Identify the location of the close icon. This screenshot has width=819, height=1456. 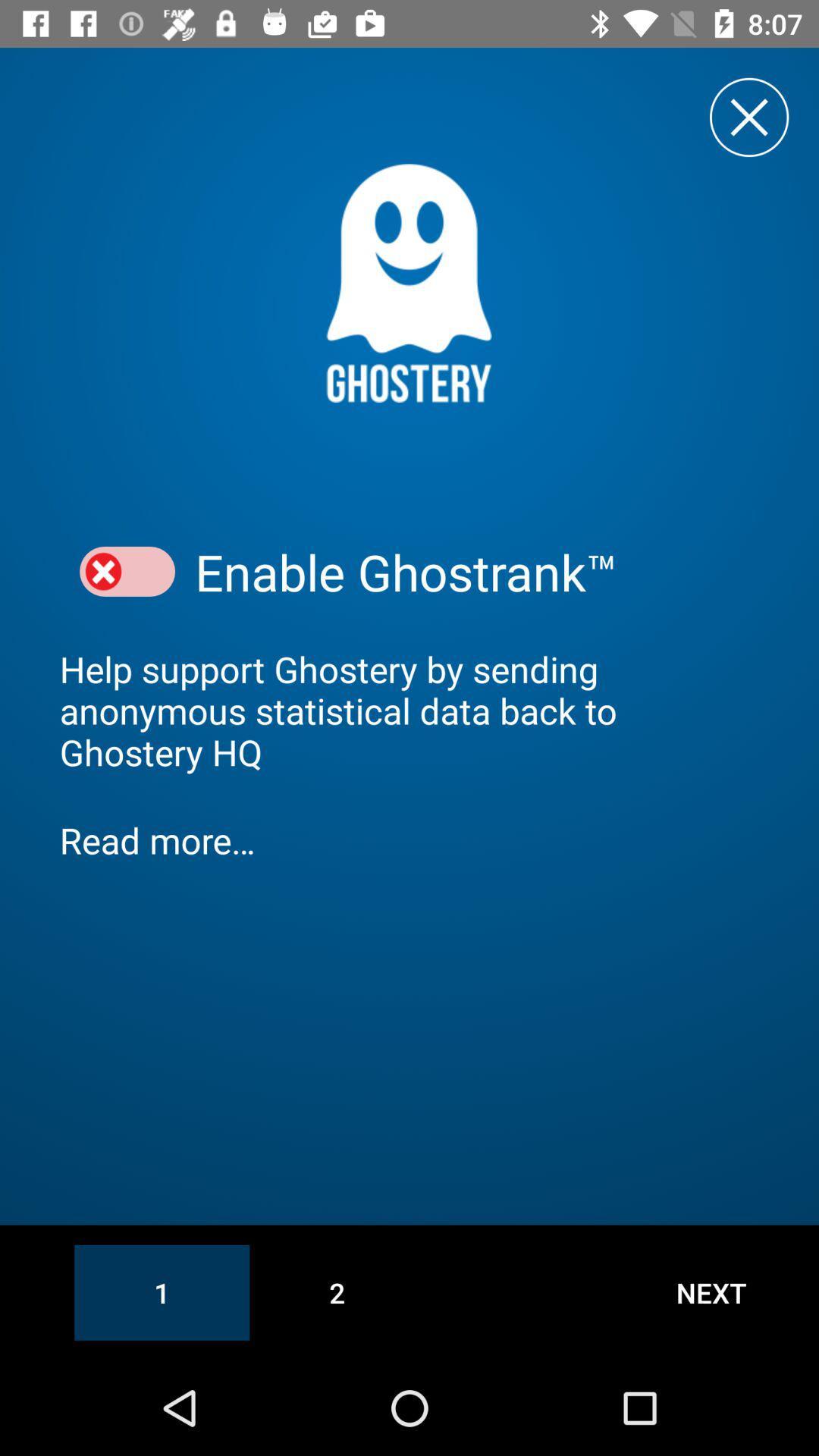
(748, 116).